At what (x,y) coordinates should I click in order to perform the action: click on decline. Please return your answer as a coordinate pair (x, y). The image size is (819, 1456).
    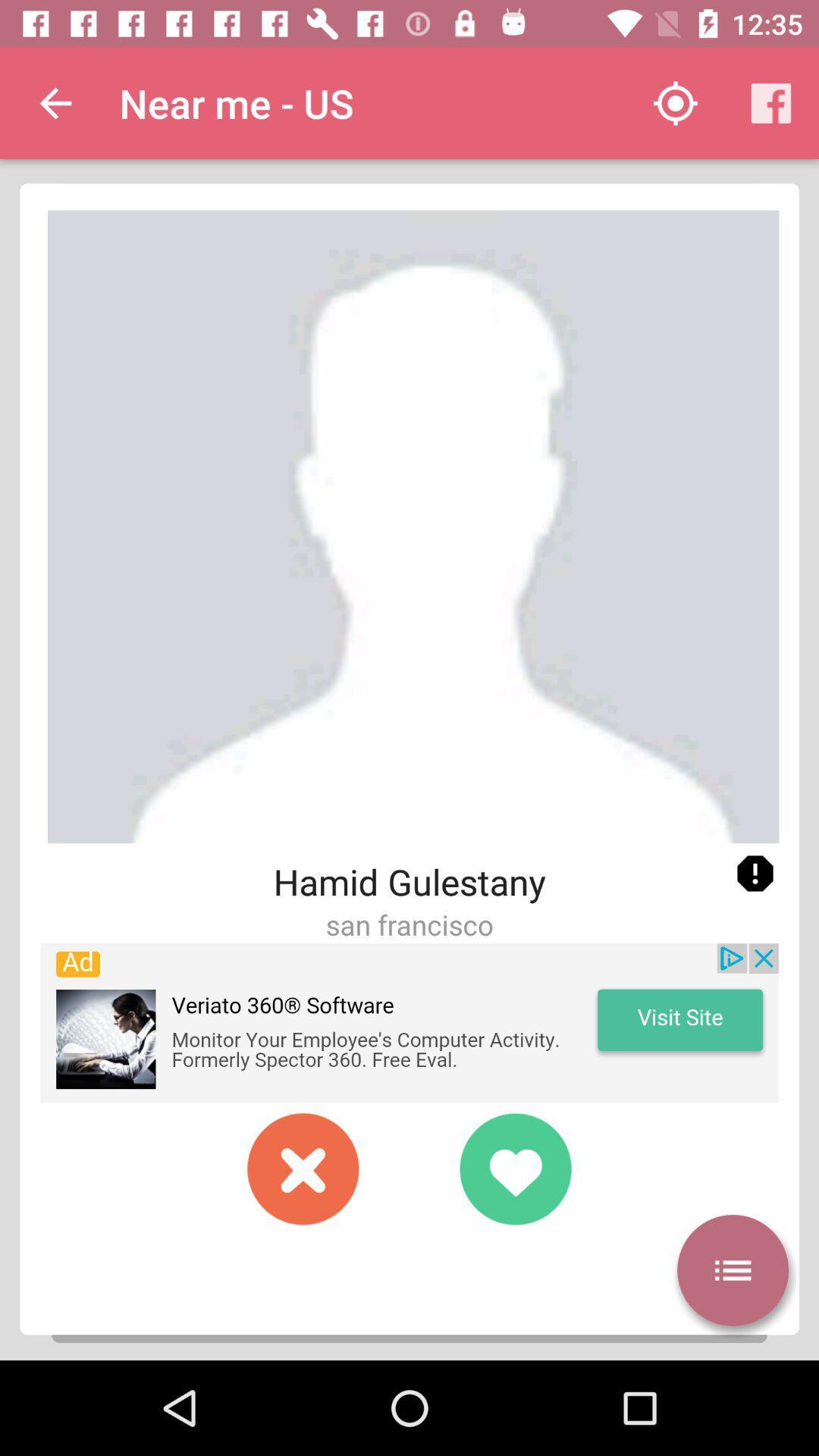
    Looking at the image, I should click on (303, 1168).